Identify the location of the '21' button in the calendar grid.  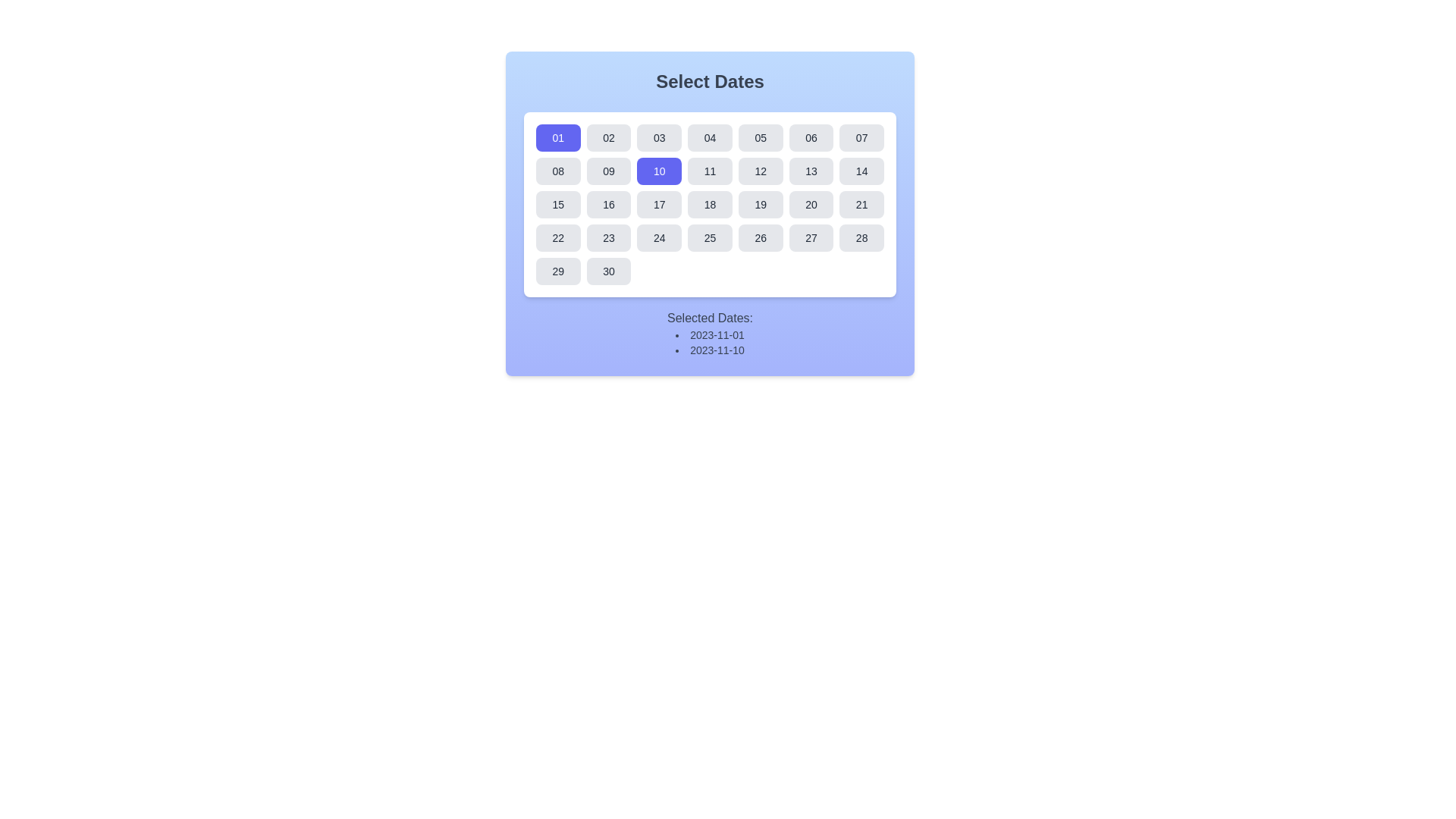
(861, 205).